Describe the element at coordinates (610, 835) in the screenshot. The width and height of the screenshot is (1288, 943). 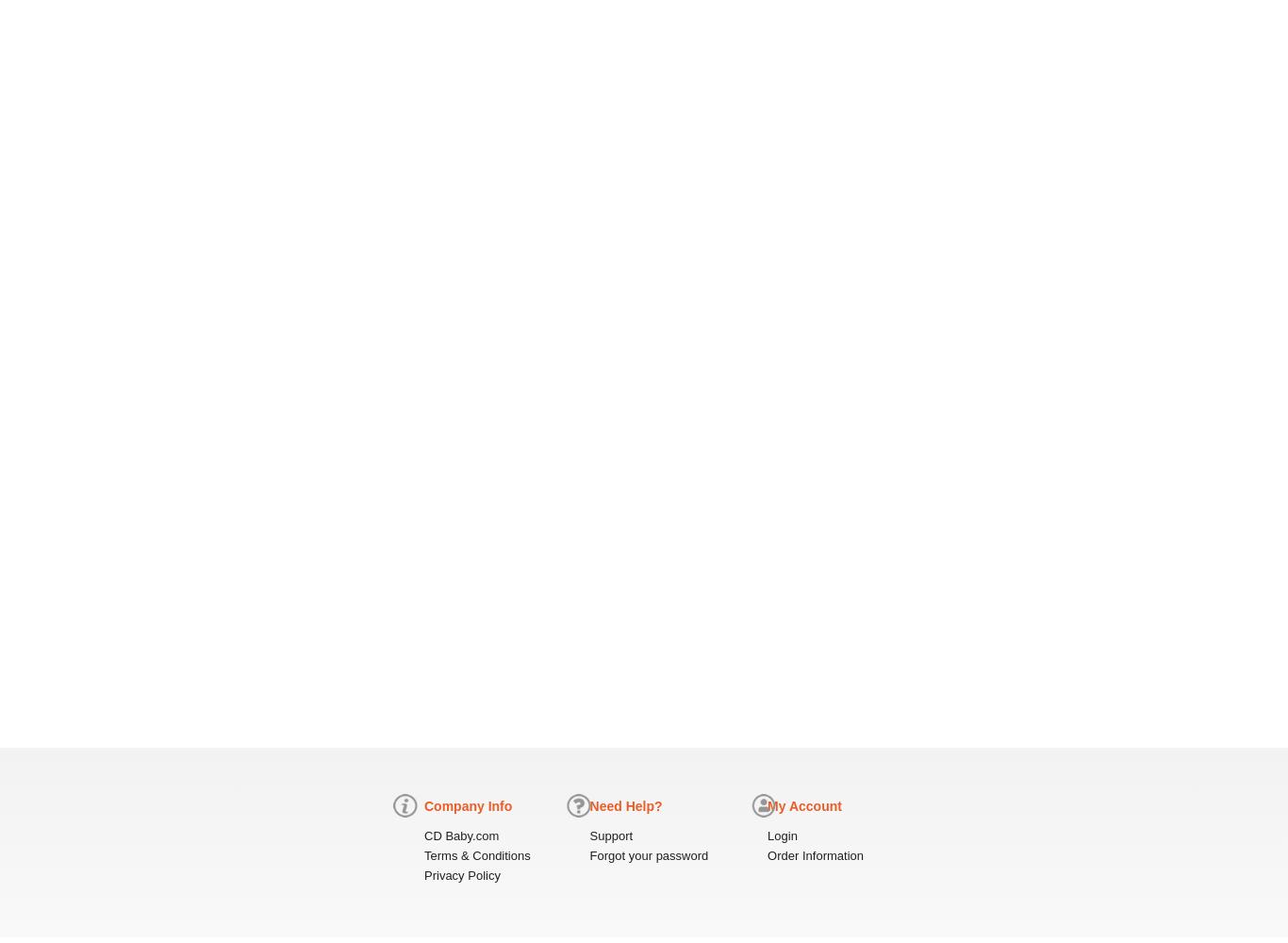
I see `'Support'` at that location.